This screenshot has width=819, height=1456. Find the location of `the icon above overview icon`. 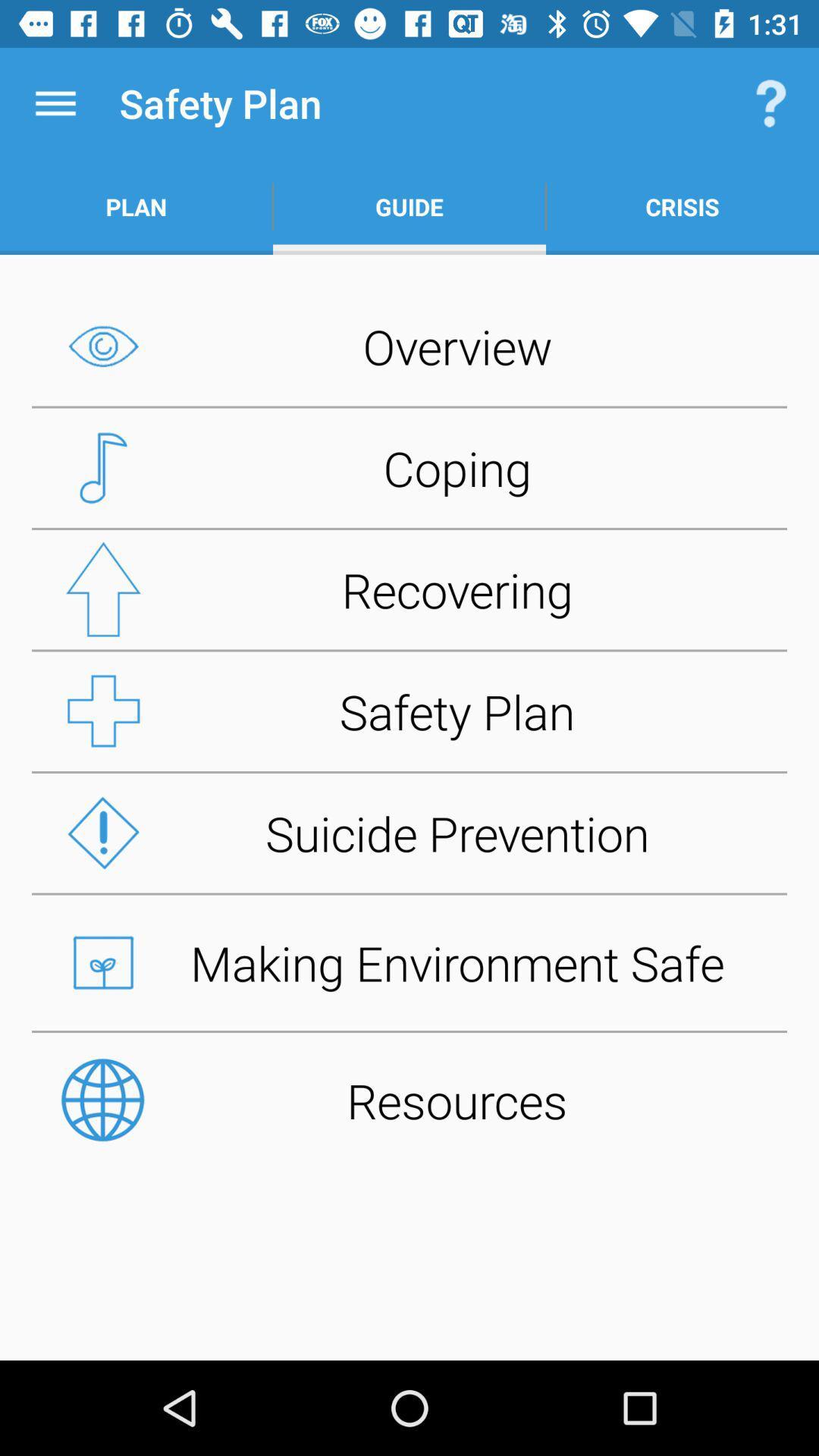

the icon above overview icon is located at coordinates (681, 206).